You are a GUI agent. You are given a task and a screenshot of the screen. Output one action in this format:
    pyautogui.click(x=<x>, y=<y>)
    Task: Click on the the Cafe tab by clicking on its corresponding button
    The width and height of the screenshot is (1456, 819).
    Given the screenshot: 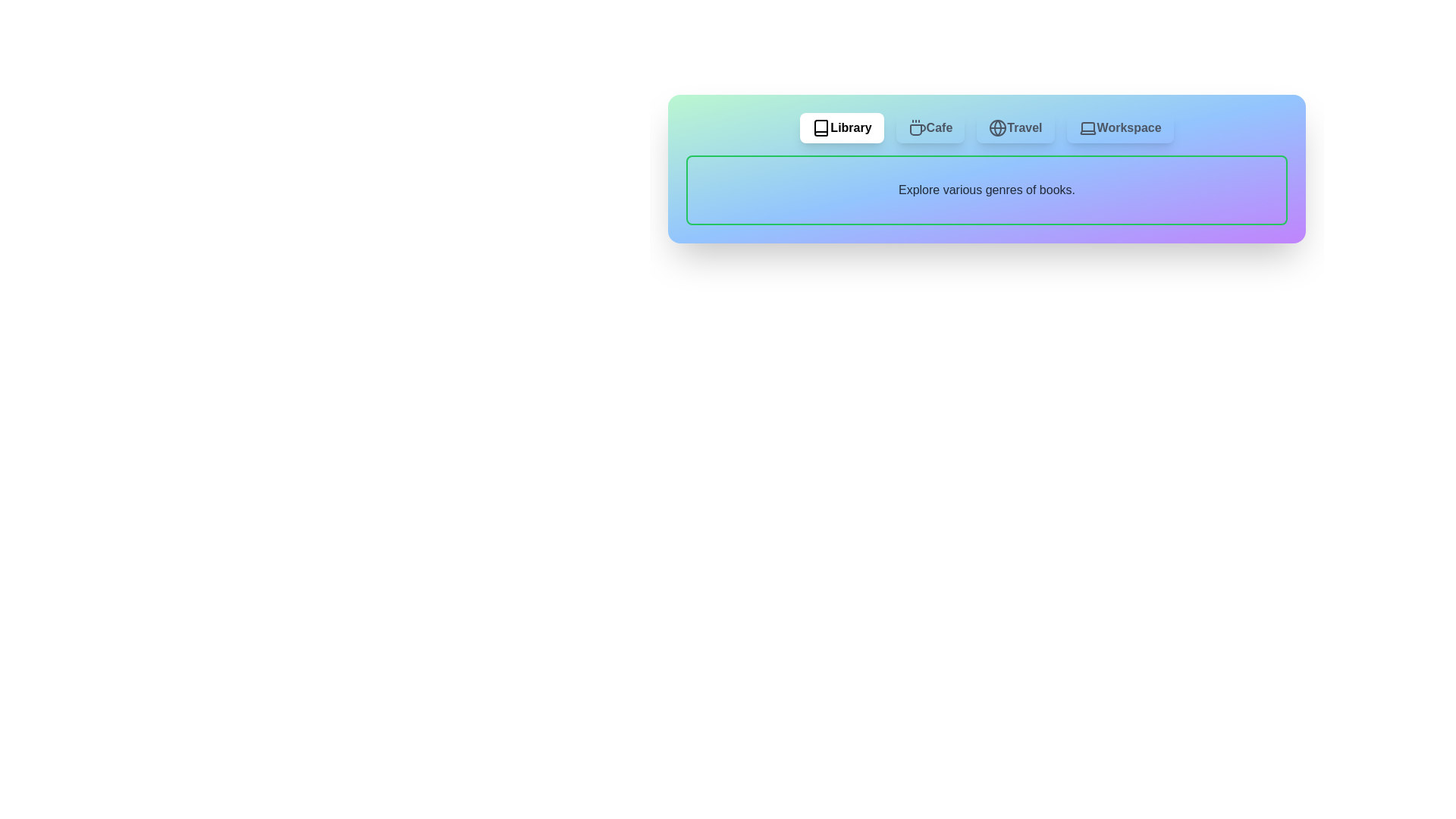 What is the action you would take?
    pyautogui.click(x=929, y=127)
    